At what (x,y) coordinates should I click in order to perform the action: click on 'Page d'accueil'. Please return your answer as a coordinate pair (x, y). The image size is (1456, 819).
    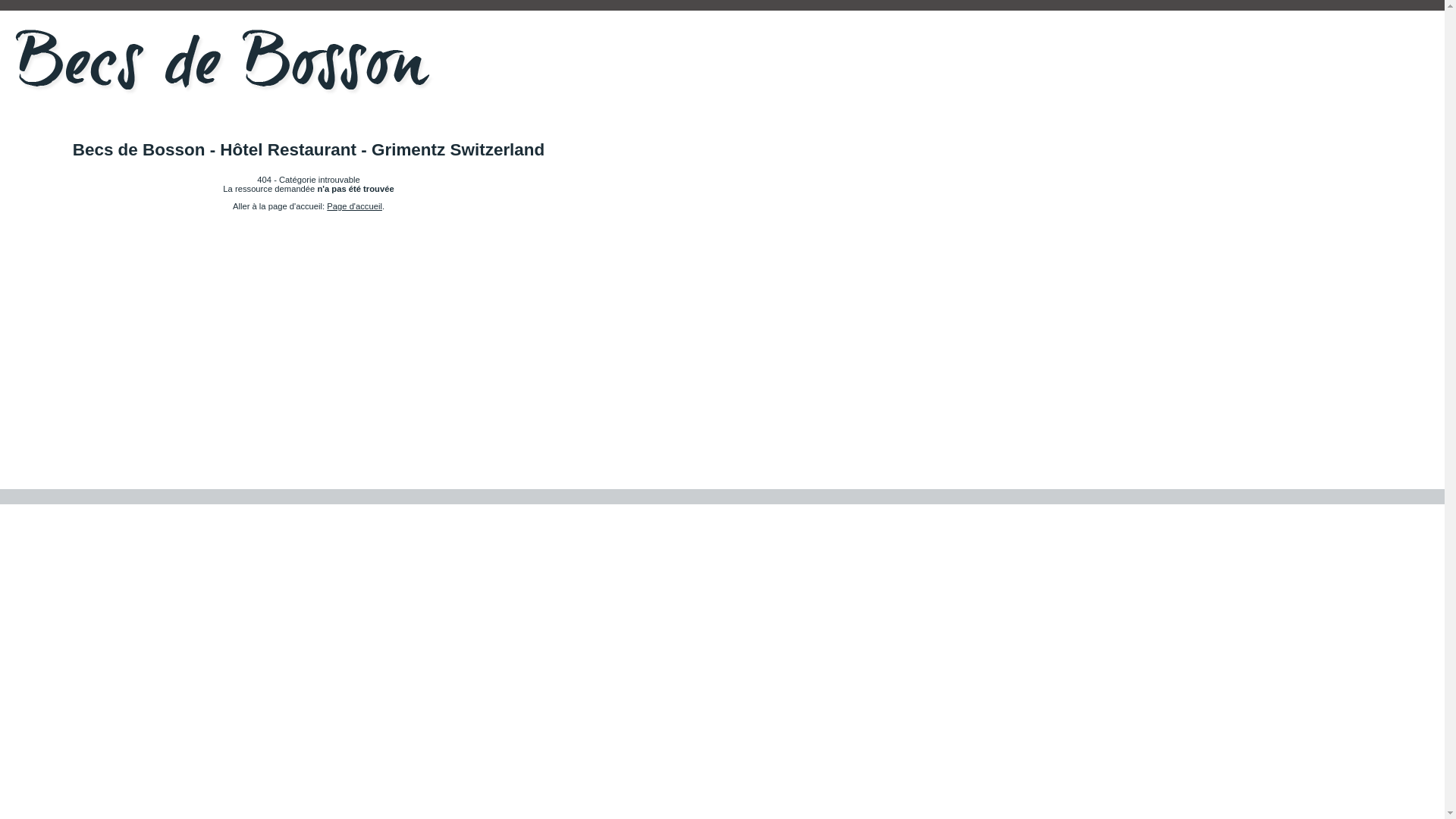
    Looking at the image, I should click on (326, 206).